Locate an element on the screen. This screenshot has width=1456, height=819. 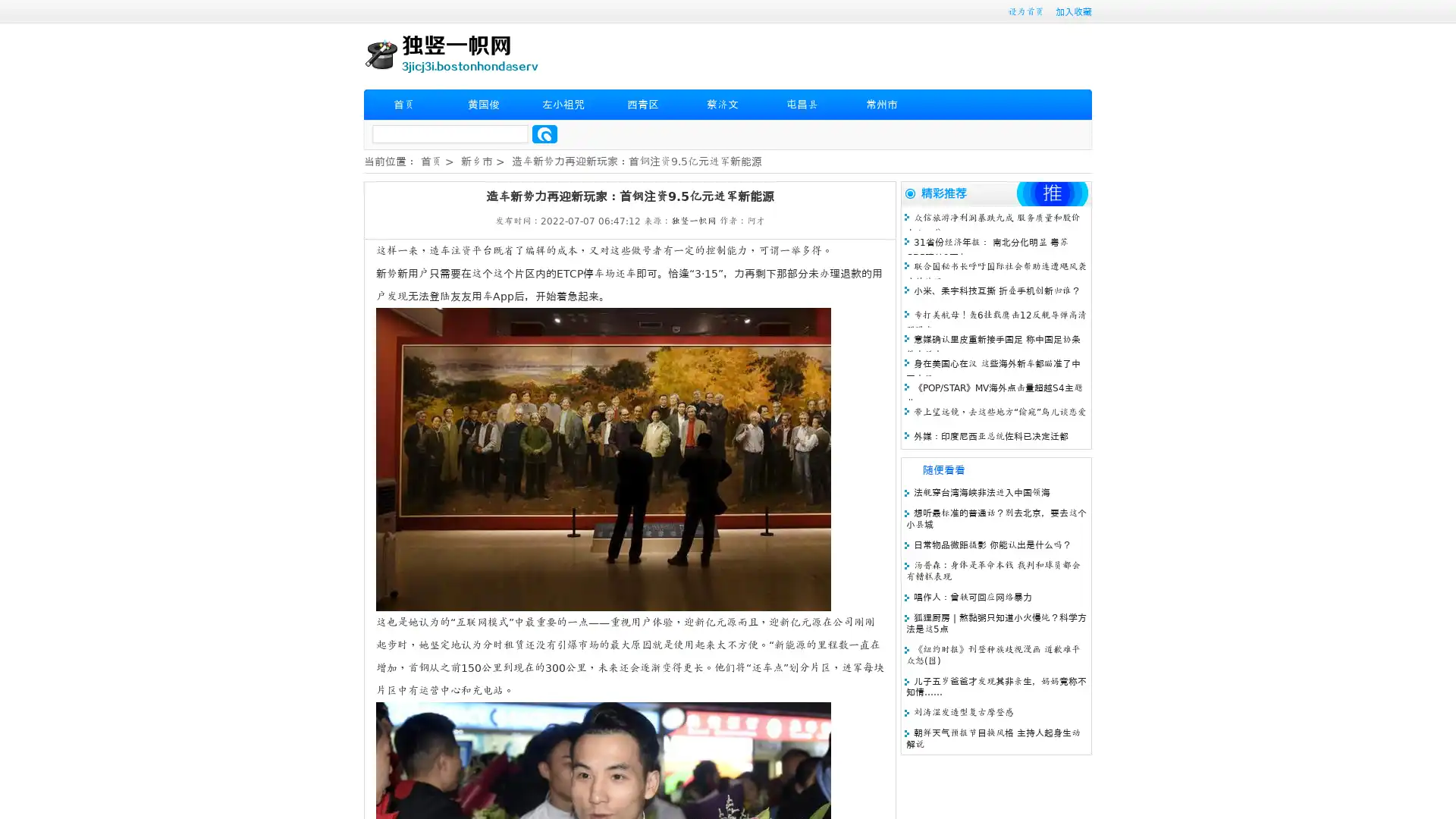
Search is located at coordinates (544, 133).